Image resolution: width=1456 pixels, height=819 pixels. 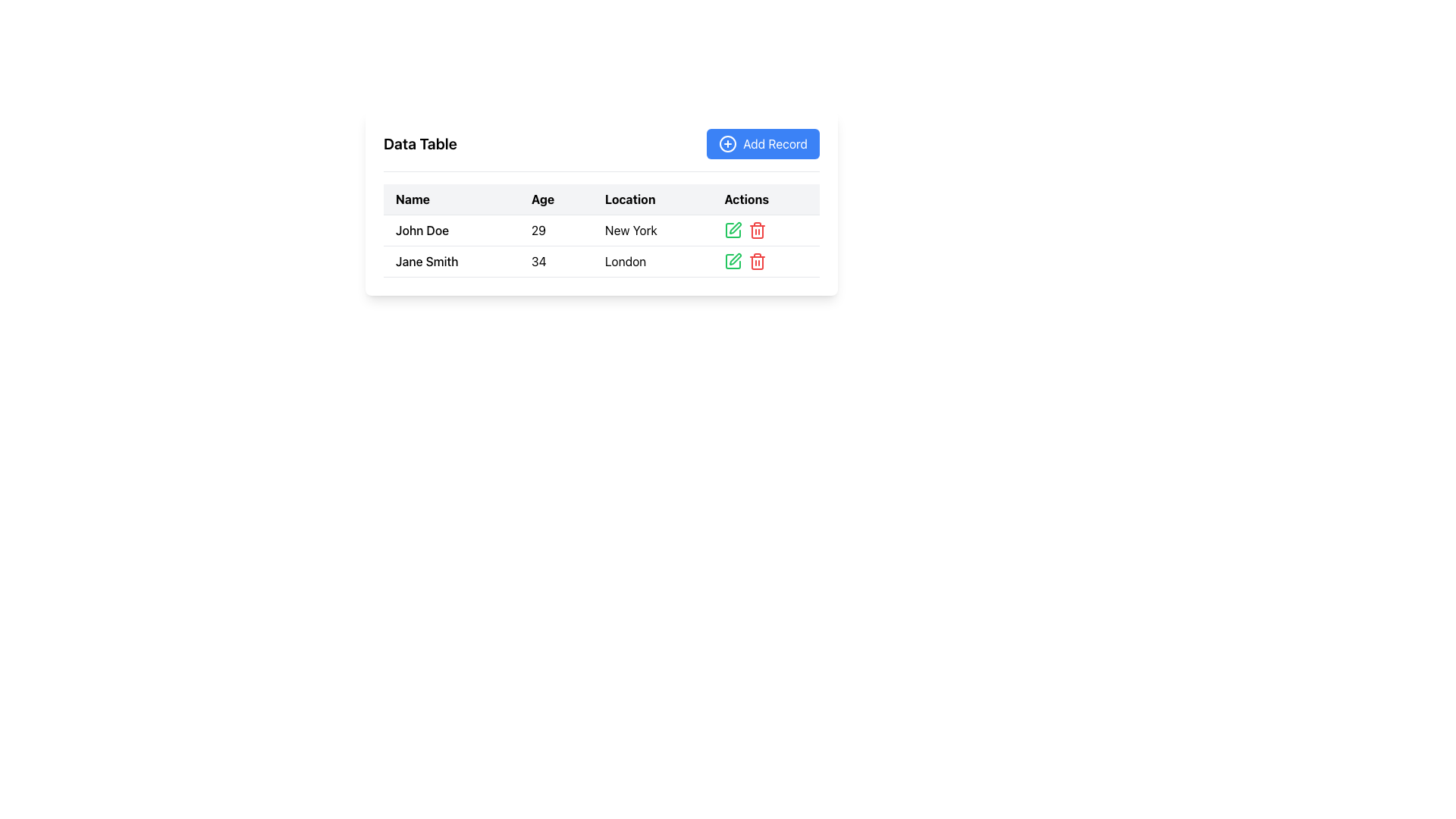 I want to click on the trash icon in the 'Actions' column of the data table for the row representing 'Jane Smith', so click(x=758, y=262).